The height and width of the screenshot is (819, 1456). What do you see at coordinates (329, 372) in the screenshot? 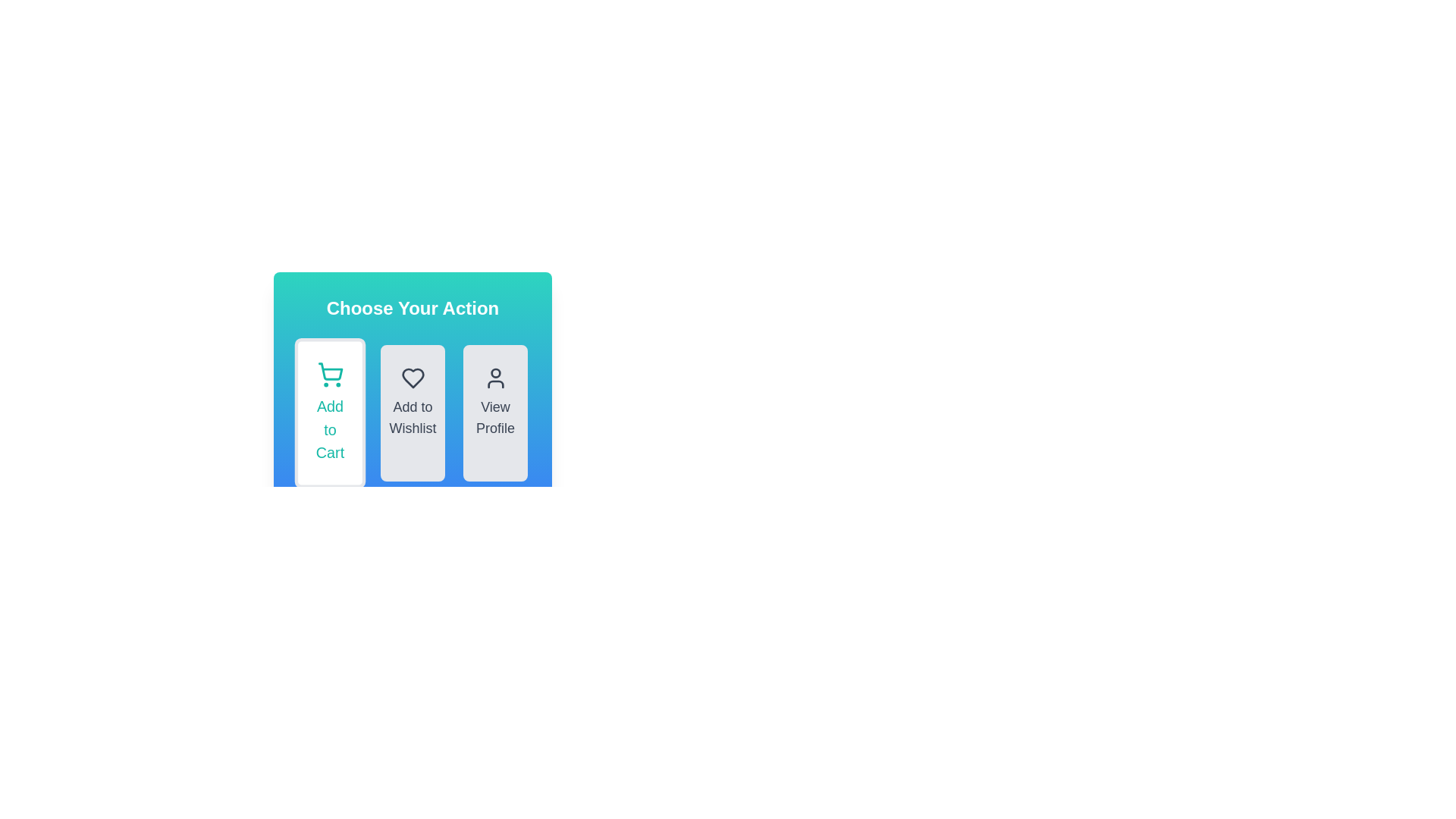
I see `the teal shopping cart icon located in the leftmost action button labeled 'Add to Cart' in the 'Choose Your Action' section` at bounding box center [329, 372].